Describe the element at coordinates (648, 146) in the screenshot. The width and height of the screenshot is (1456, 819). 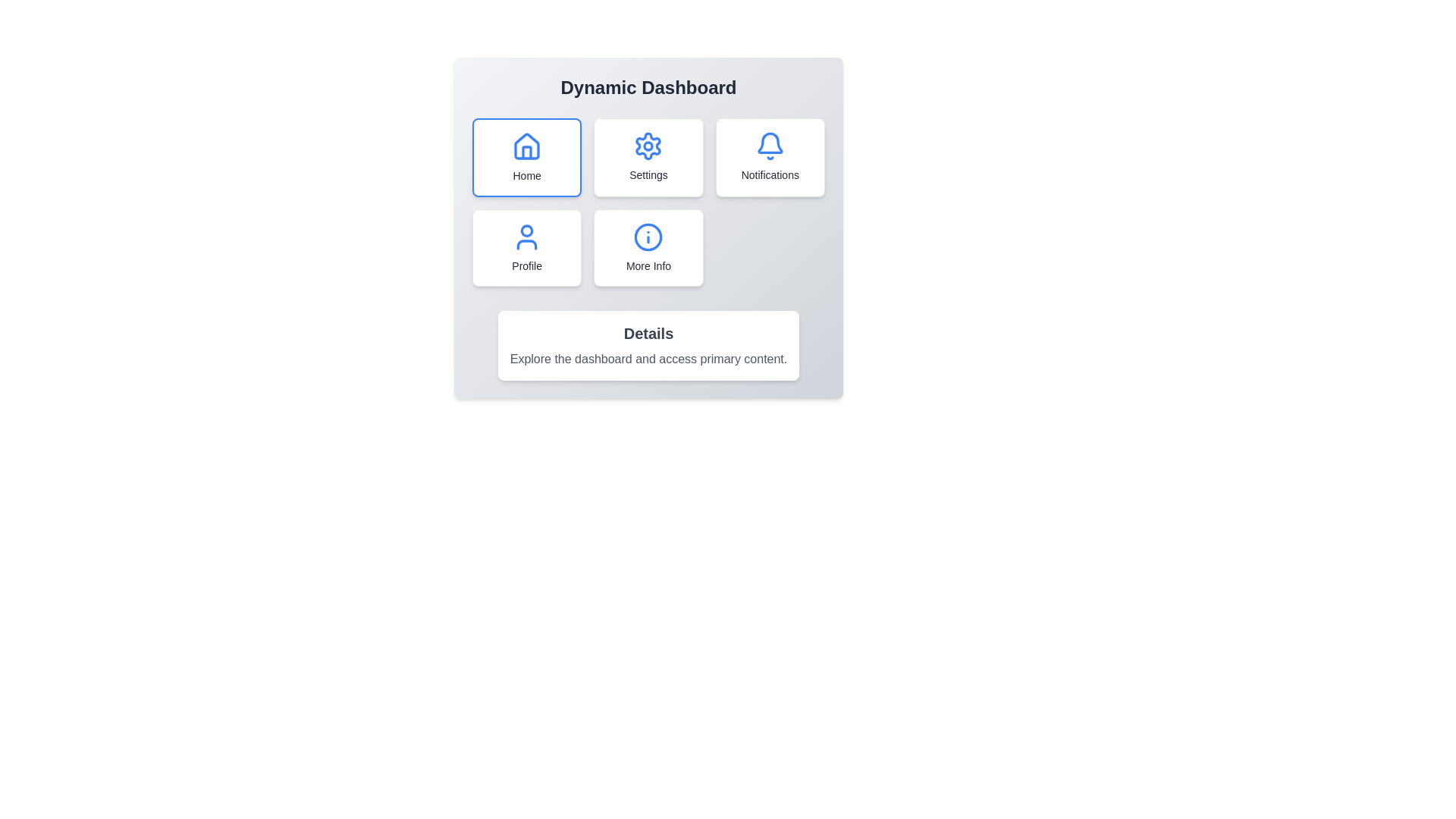
I see `the Circle element at the center of the 'Settings' icon in the dashboard interface, which is part of the gear icon's visual design` at that location.